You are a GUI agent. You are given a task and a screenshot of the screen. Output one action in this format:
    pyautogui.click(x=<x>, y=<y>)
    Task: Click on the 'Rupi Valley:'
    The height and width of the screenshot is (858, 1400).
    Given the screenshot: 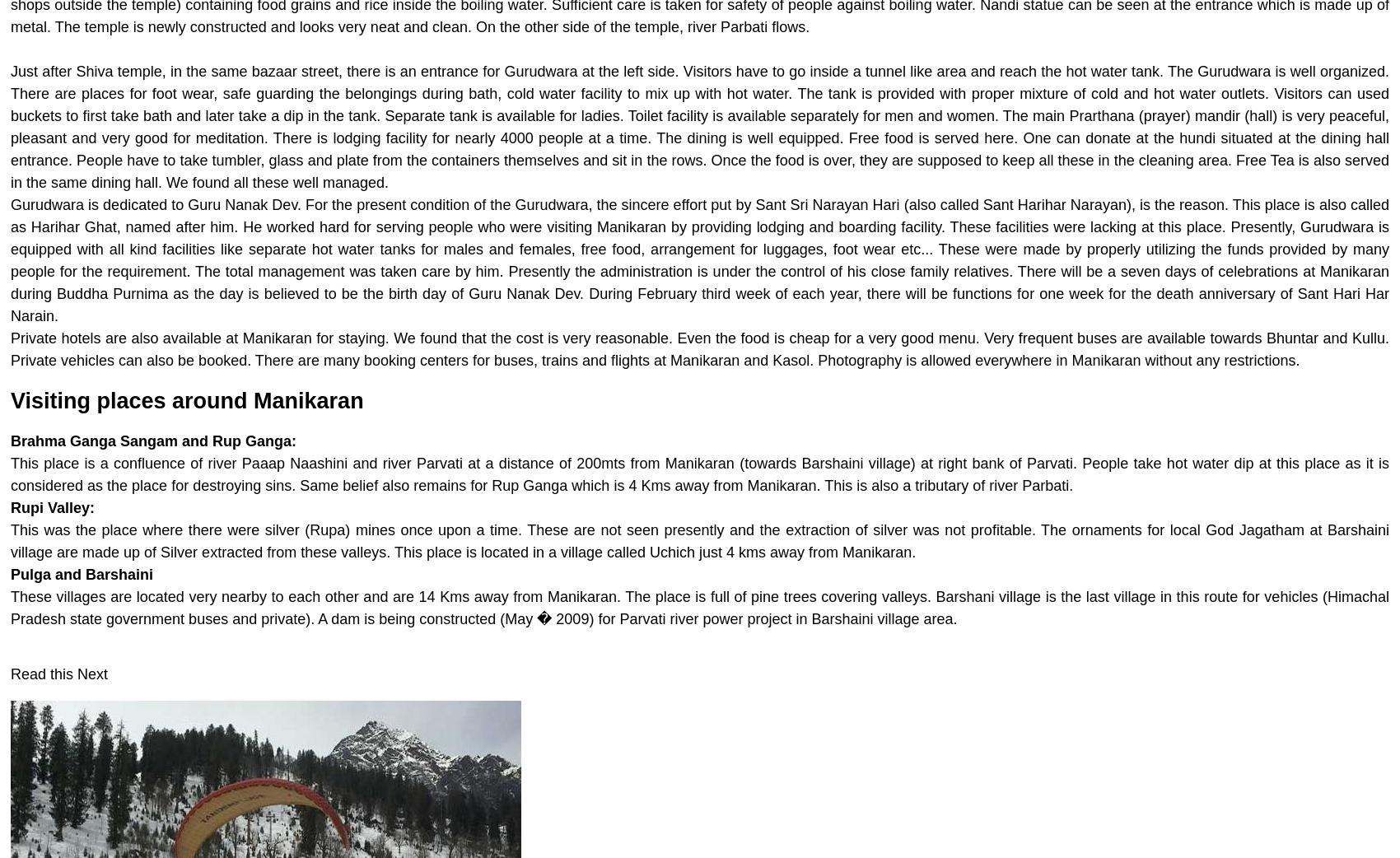 What is the action you would take?
    pyautogui.click(x=52, y=507)
    